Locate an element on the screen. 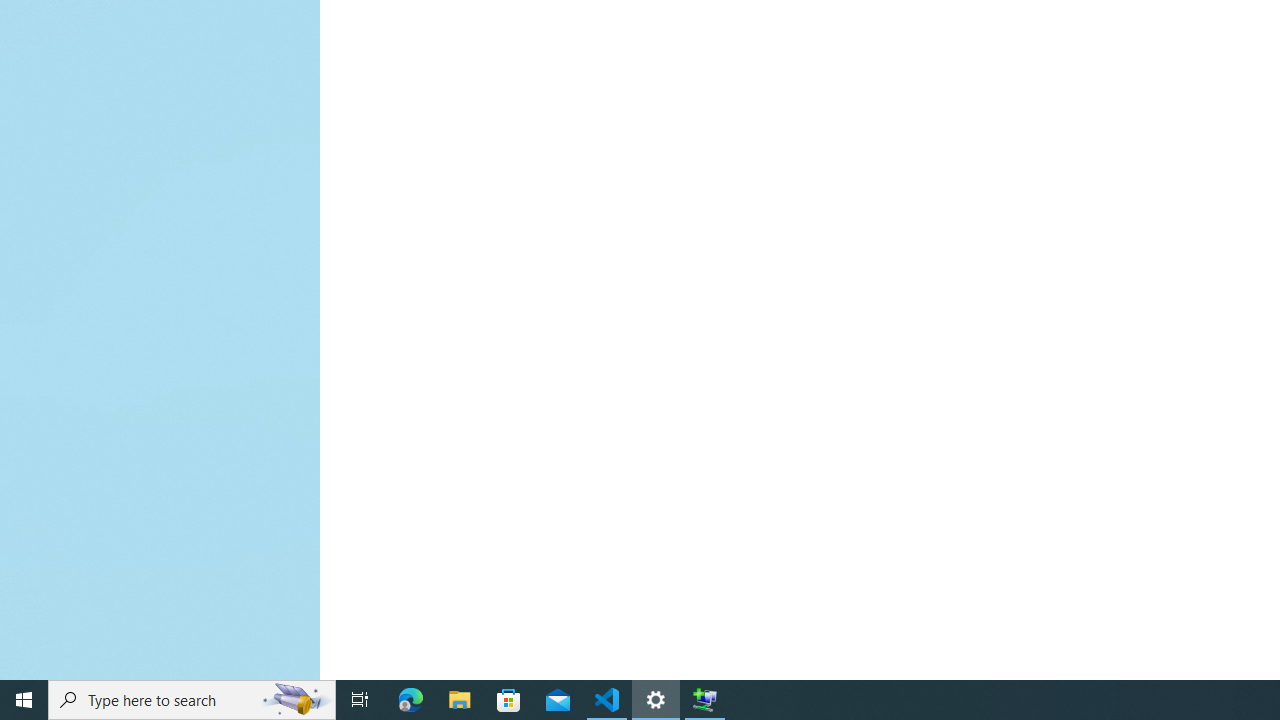 The height and width of the screenshot is (720, 1280). 'Search highlights icon opens search home window' is located at coordinates (294, 698).